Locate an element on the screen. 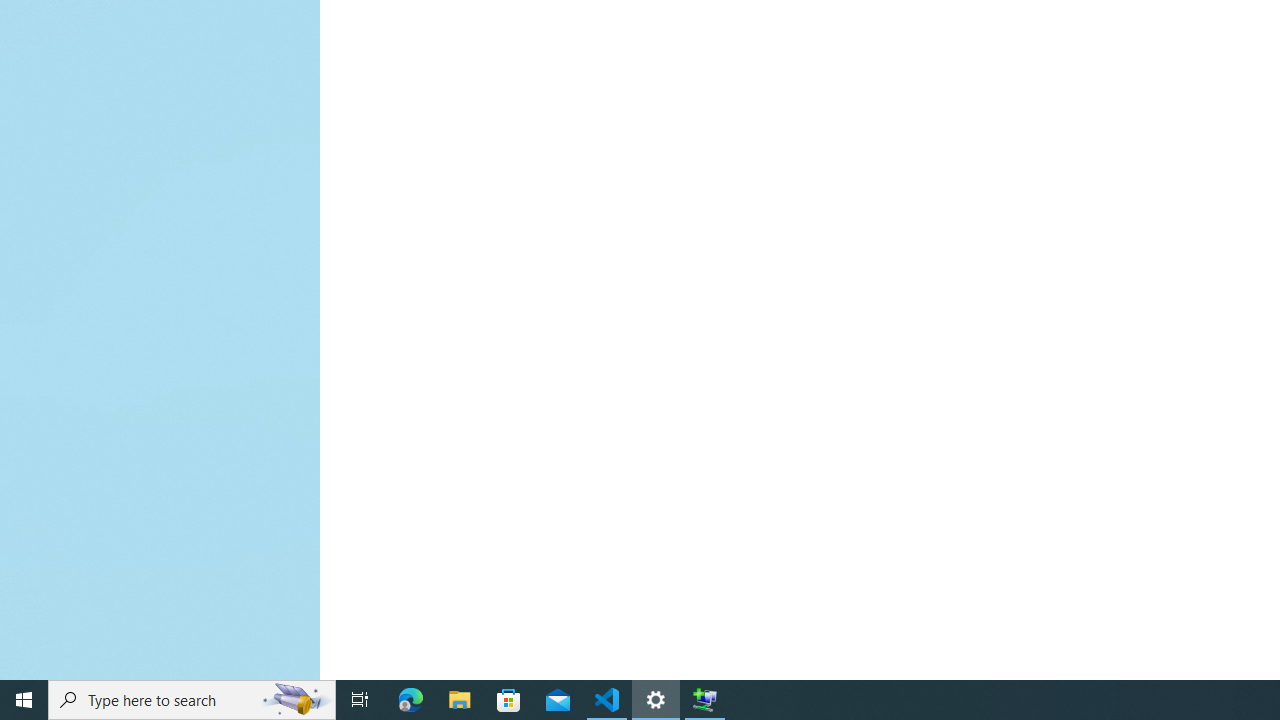 The height and width of the screenshot is (720, 1280). 'Search highlights icon opens search home window' is located at coordinates (294, 698).